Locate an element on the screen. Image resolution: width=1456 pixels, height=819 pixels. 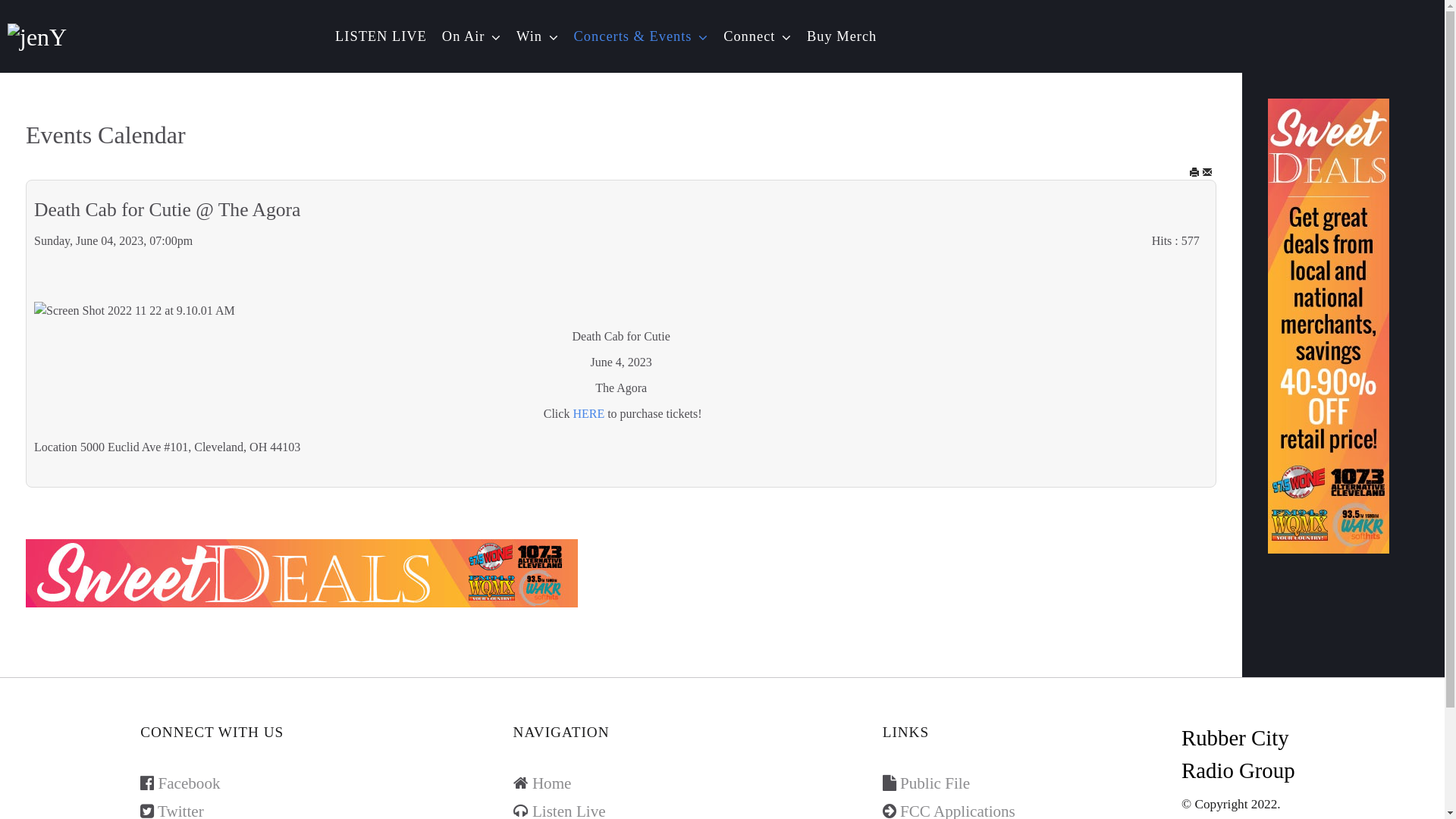
'EMAIL' is located at coordinates (1207, 171).